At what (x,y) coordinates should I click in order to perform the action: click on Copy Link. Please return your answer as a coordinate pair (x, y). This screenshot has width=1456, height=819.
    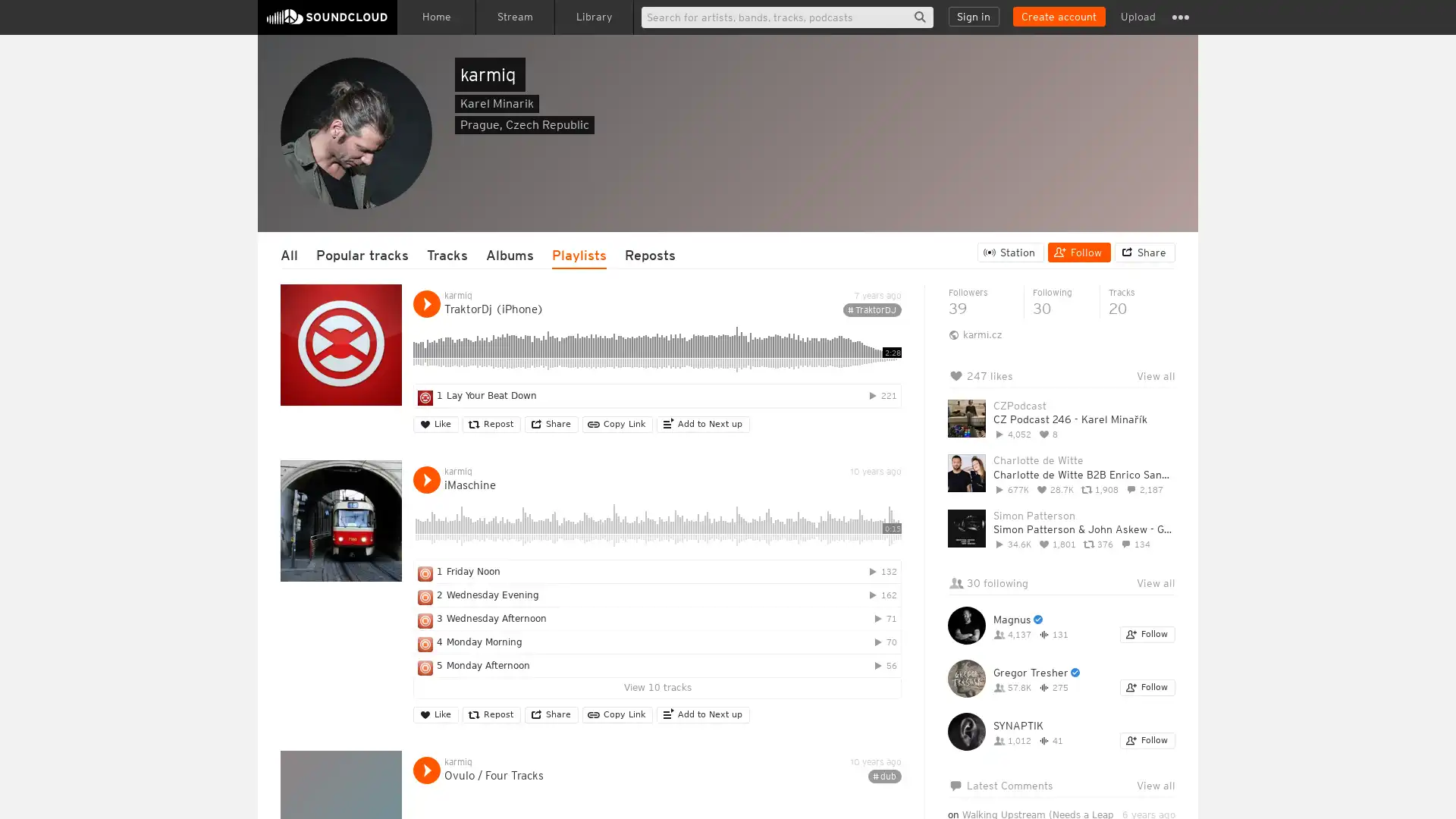
    Looking at the image, I should click on (617, 714).